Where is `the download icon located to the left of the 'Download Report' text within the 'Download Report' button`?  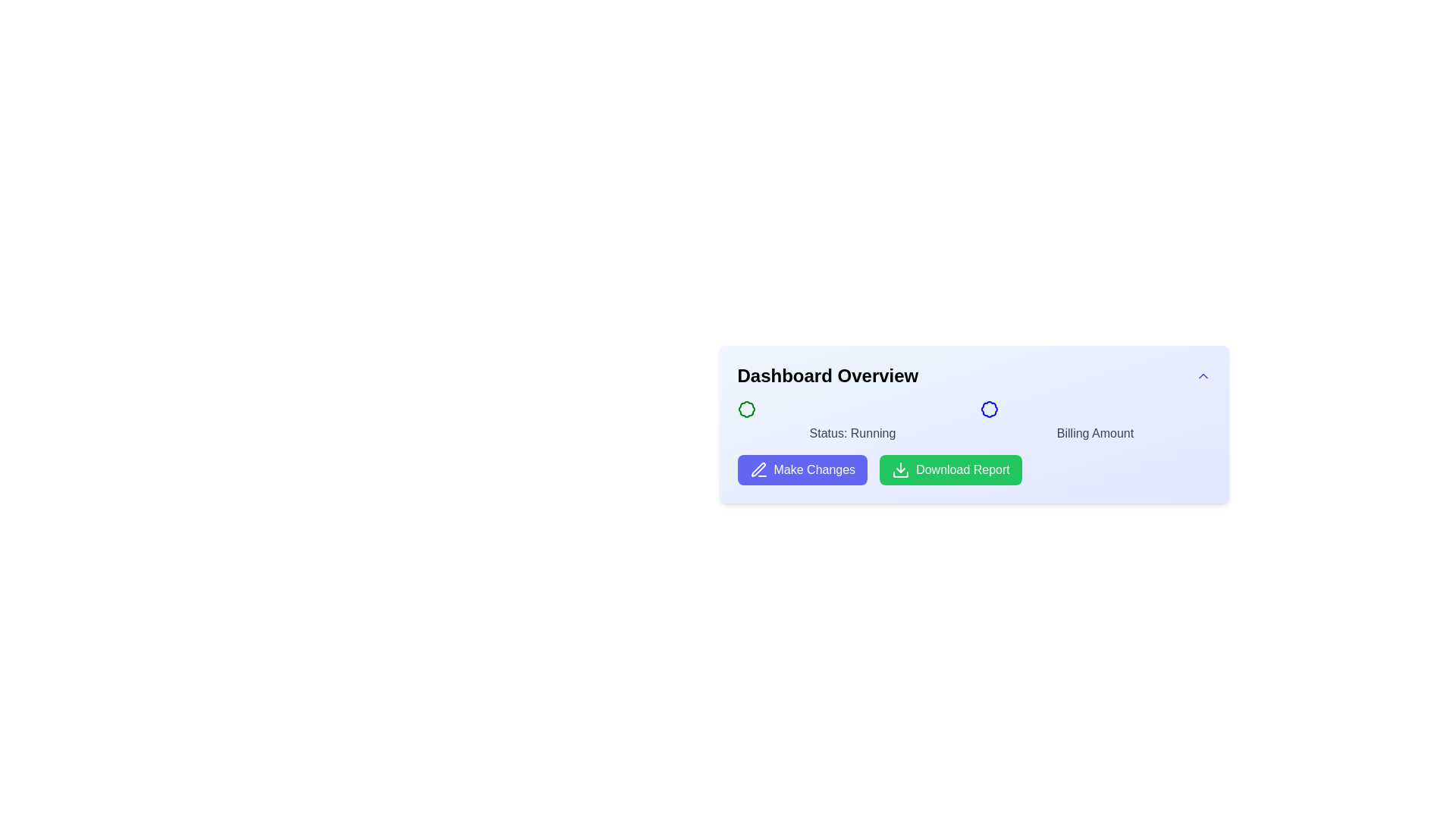
the download icon located to the left of the 'Download Report' text within the 'Download Report' button is located at coordinates (901, 469).